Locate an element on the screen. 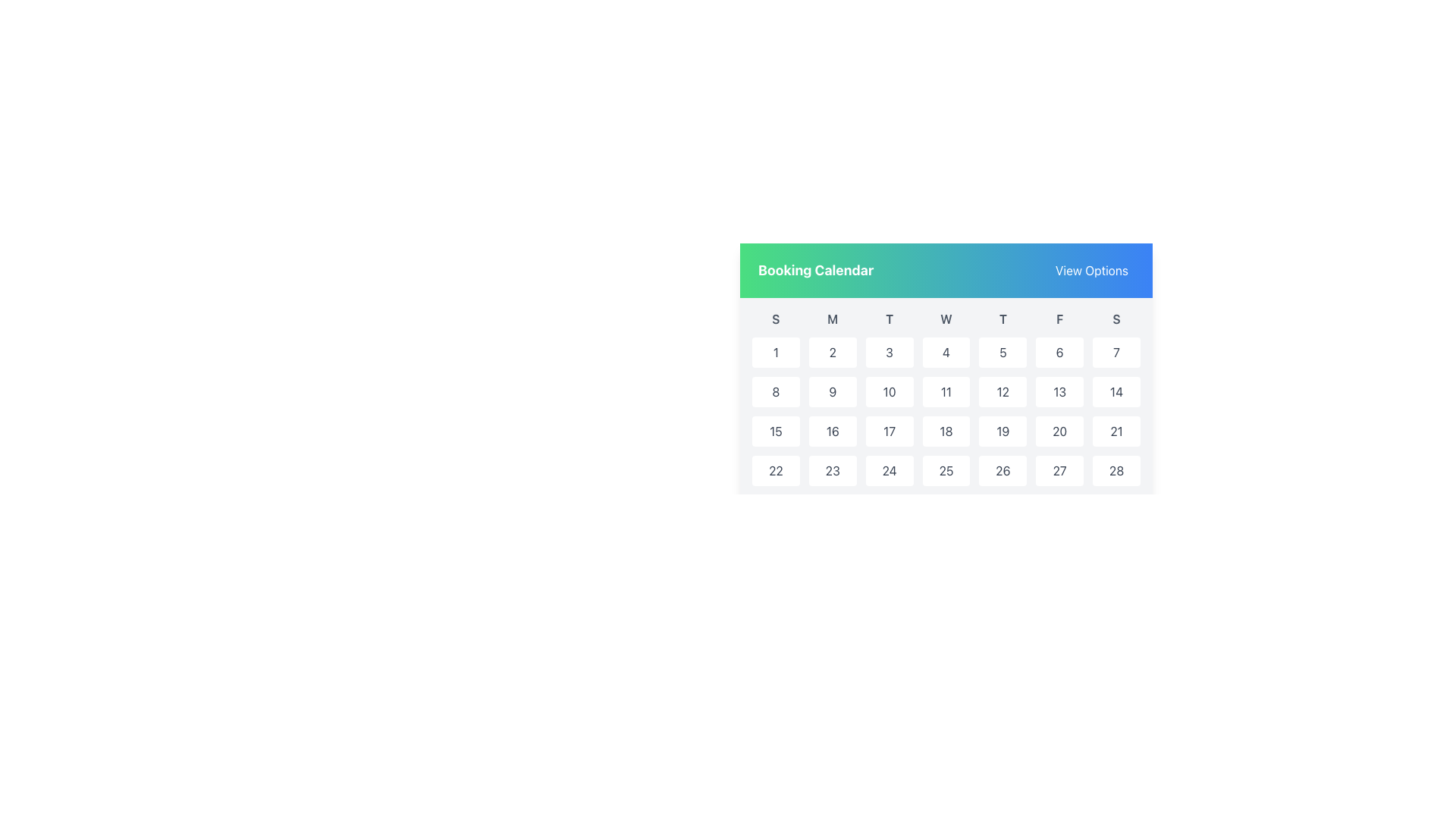 This screenshot has height=819, width=1456. the date cell displaying '17' in the calendar grid is located at coordinates (890, 431).